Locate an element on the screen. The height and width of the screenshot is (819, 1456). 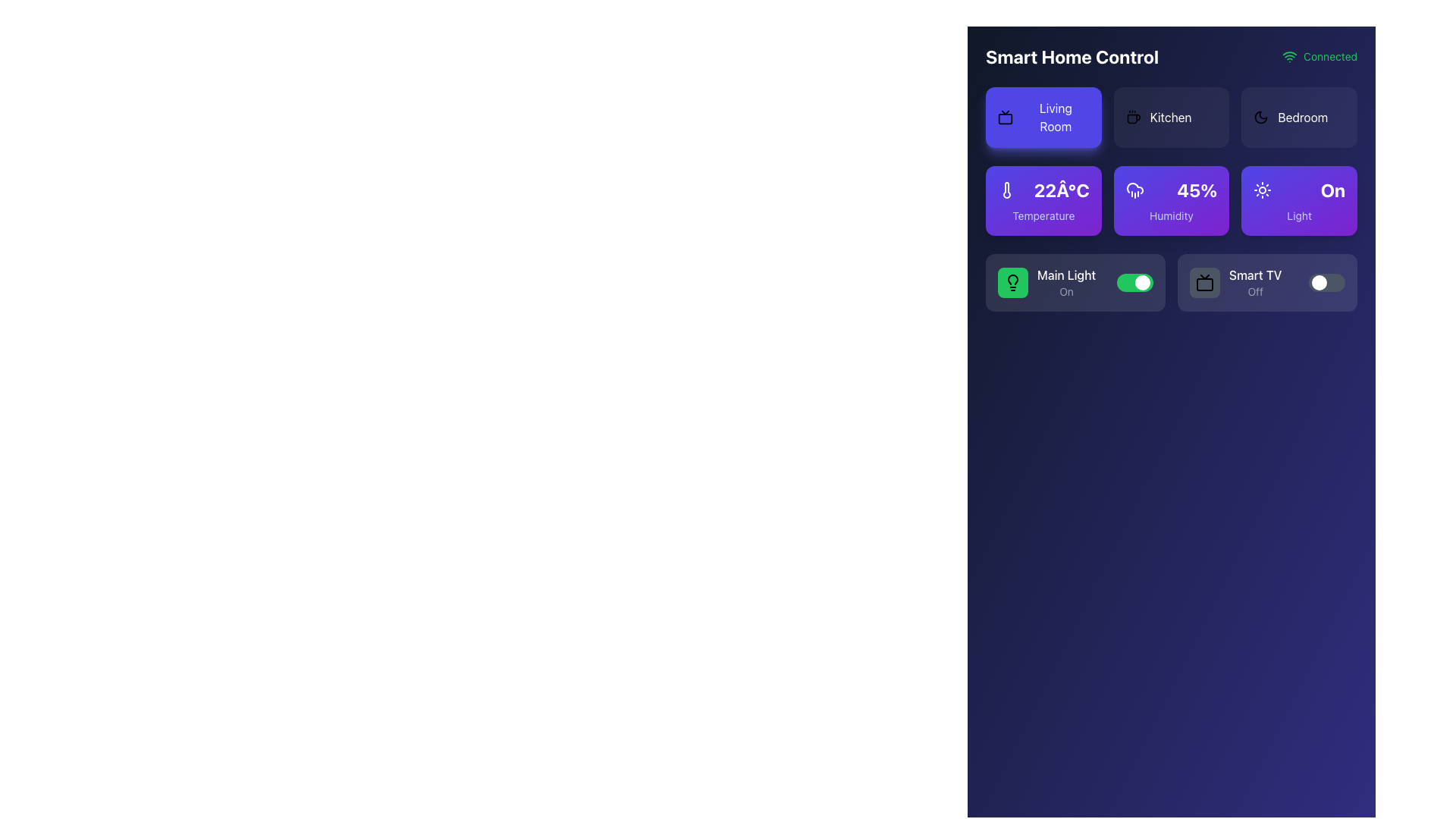
the 'Main Light' status label and indicator that shows the current state as 'On', which is located in the leftmost card section of the interface, adjacent to a green lightbulb icon and a toggle switch is located at coordinates (1065, 283).